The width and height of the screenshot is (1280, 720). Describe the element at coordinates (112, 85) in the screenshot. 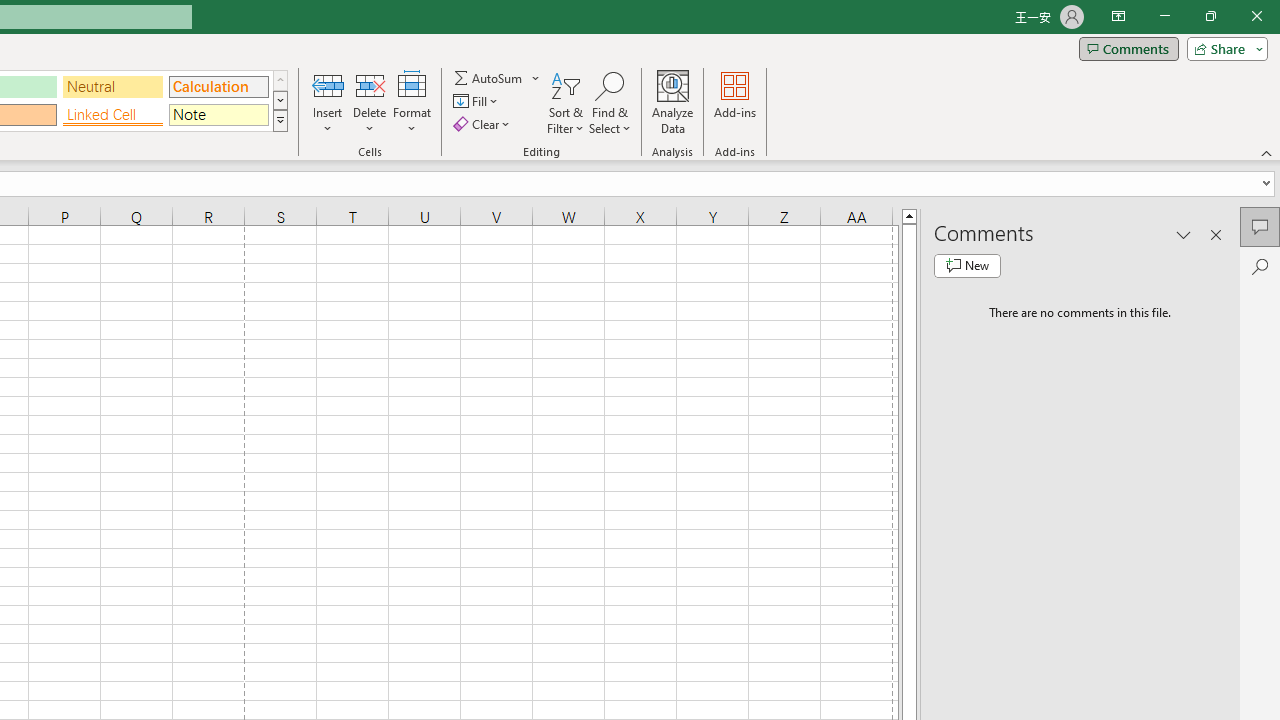

I see `'Neutral'` at that location.